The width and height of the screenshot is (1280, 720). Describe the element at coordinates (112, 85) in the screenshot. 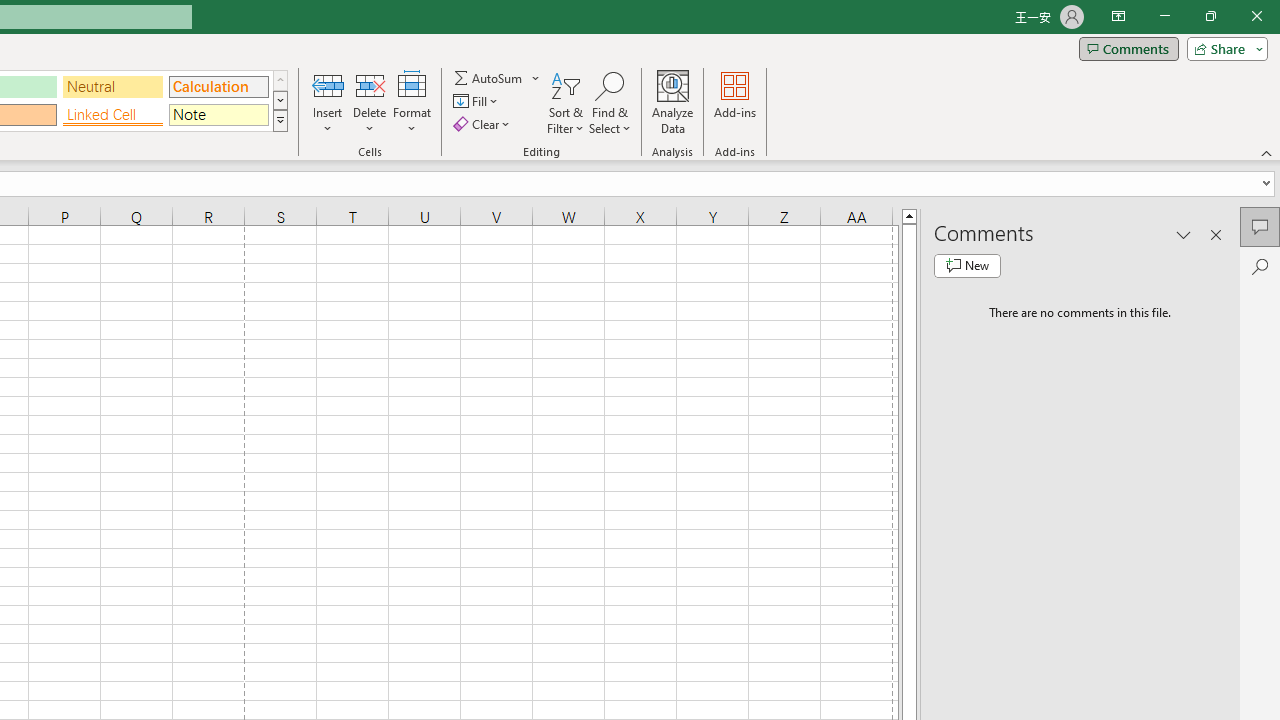

I see `'Neutral'` at that location.